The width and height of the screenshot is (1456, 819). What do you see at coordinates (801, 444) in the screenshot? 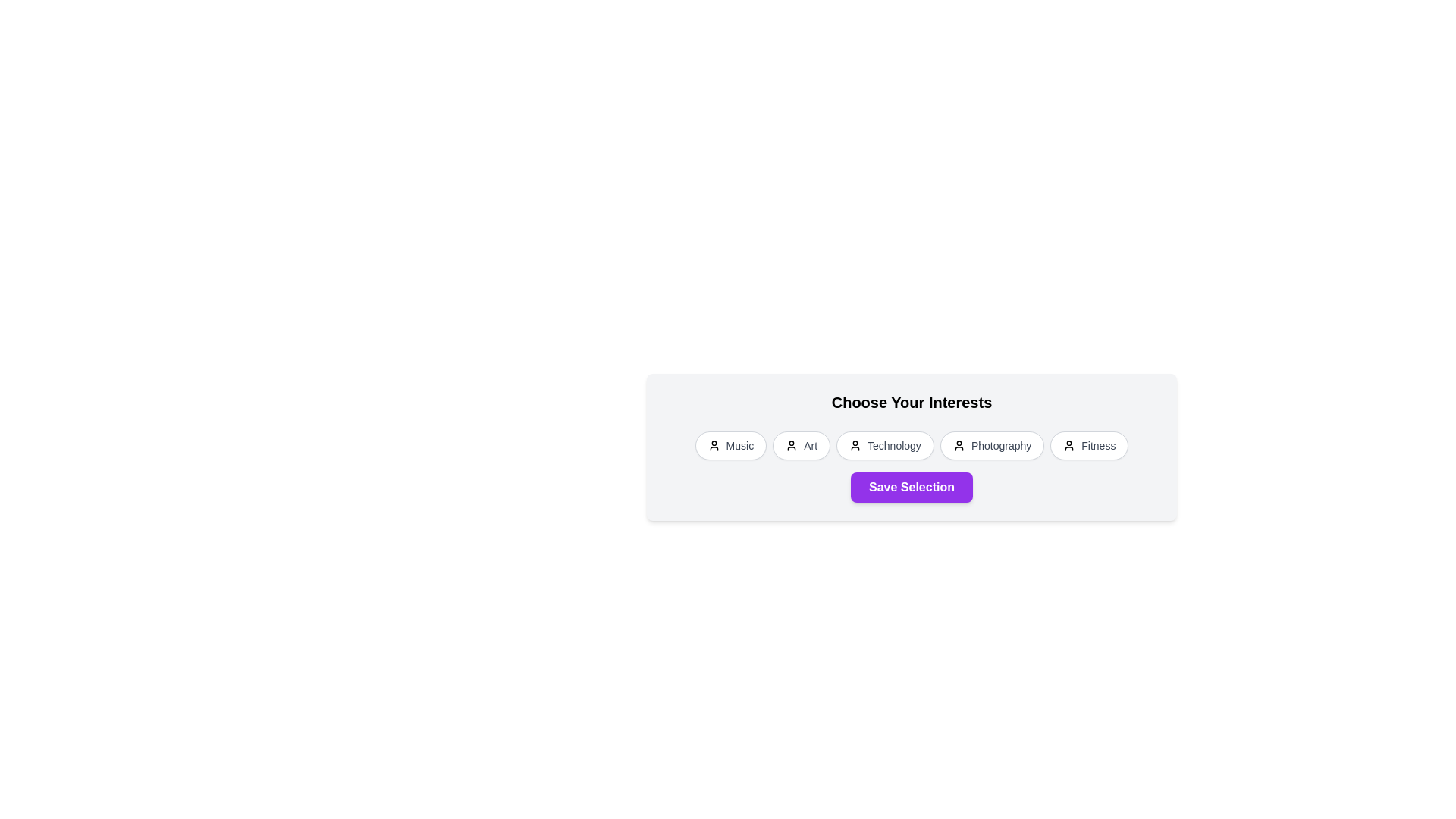
I see `the interest chip labeled Art by clicking on it` at bounding box center [801, 444].